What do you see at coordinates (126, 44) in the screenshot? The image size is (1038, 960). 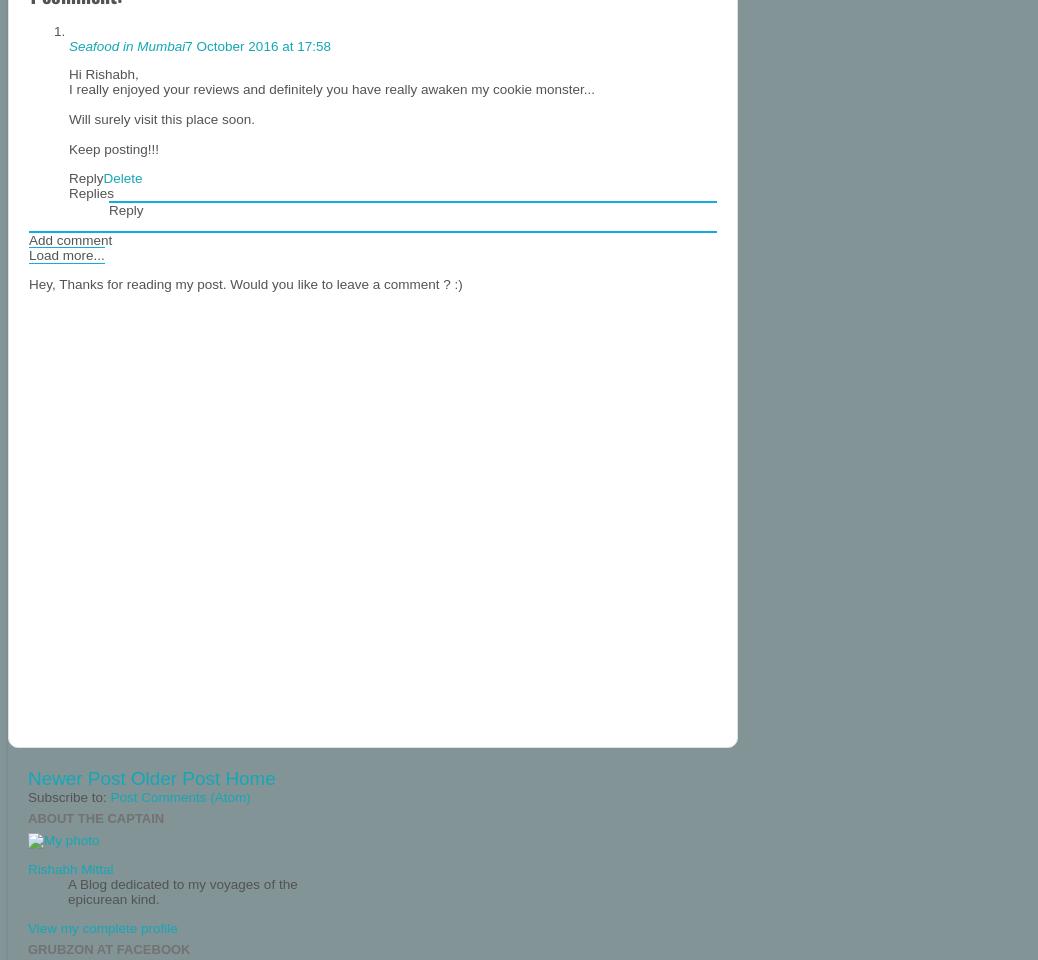 I see `'Seafood in Mumbai'` at bounding box center [126, 44].